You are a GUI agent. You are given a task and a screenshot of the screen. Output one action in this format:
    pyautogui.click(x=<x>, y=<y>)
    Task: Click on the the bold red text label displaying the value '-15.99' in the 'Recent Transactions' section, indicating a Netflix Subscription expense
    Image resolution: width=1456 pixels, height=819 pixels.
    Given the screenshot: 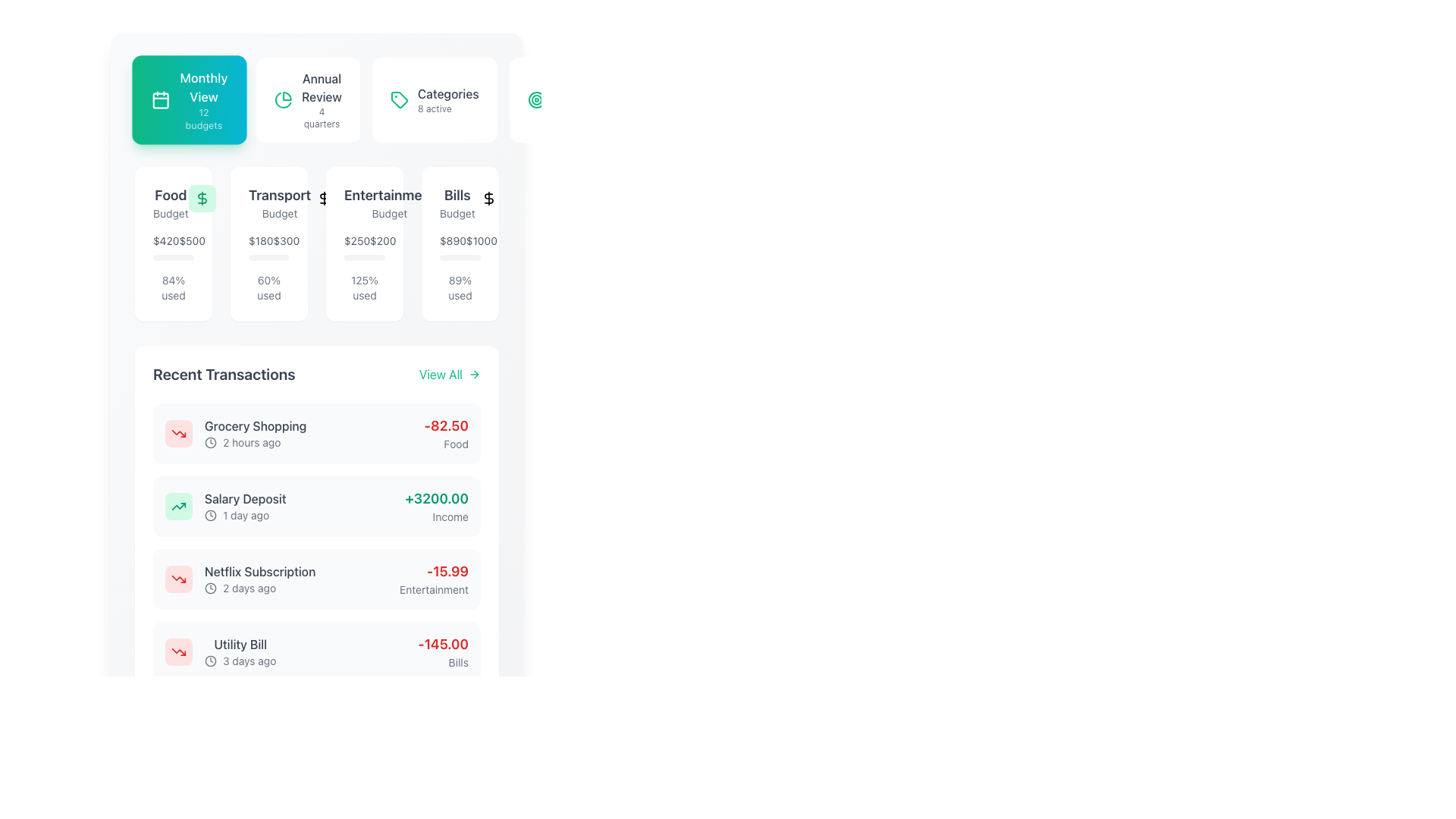 What is the action you would take?
    pyautogui.click(x=433, y=571)
    